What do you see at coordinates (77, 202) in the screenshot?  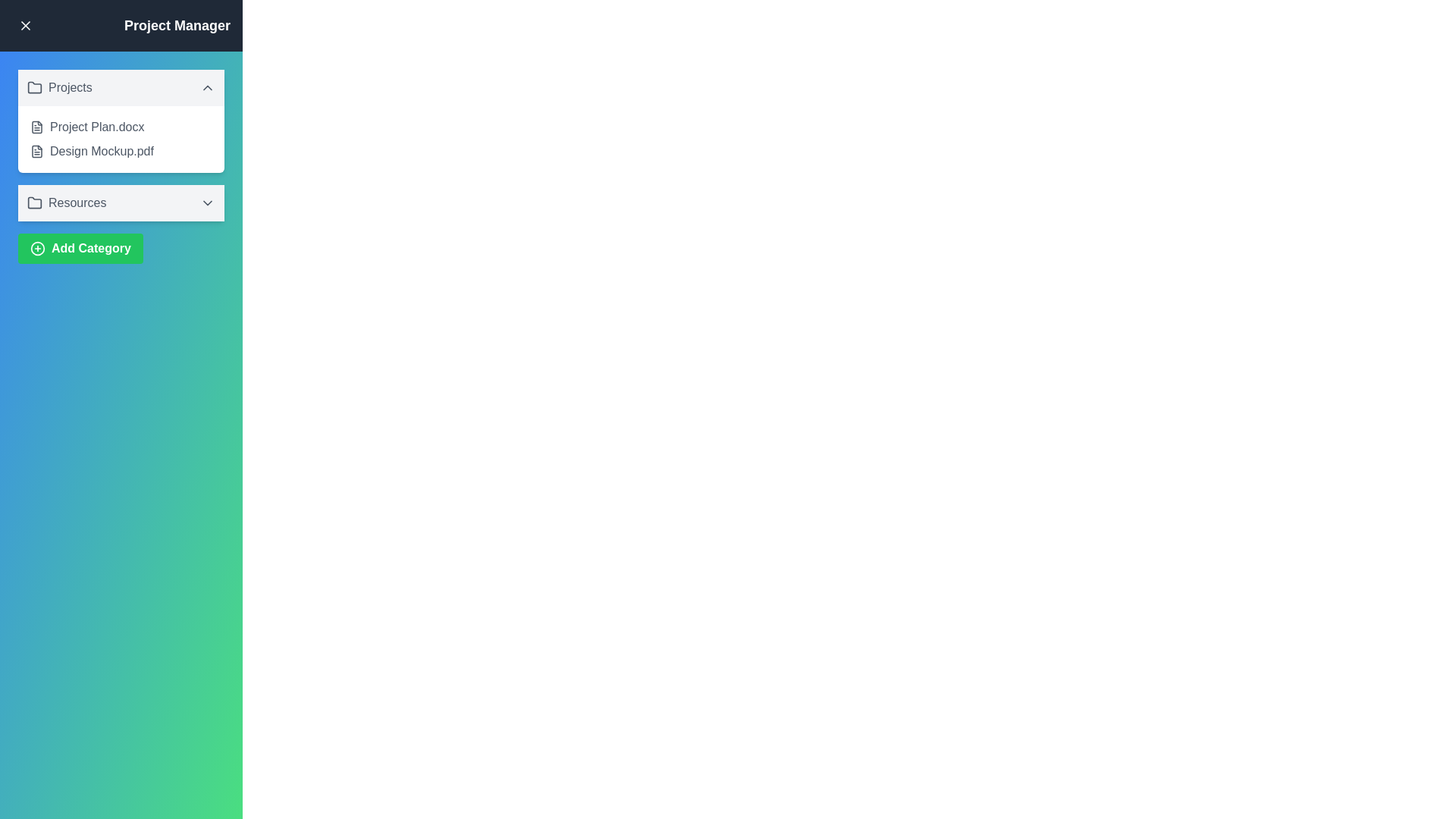 I see `the text label that indicates the folder-like icon in the collapsible menu below the 'Projects' menu item, which serves` at bounding box center [77, 202].